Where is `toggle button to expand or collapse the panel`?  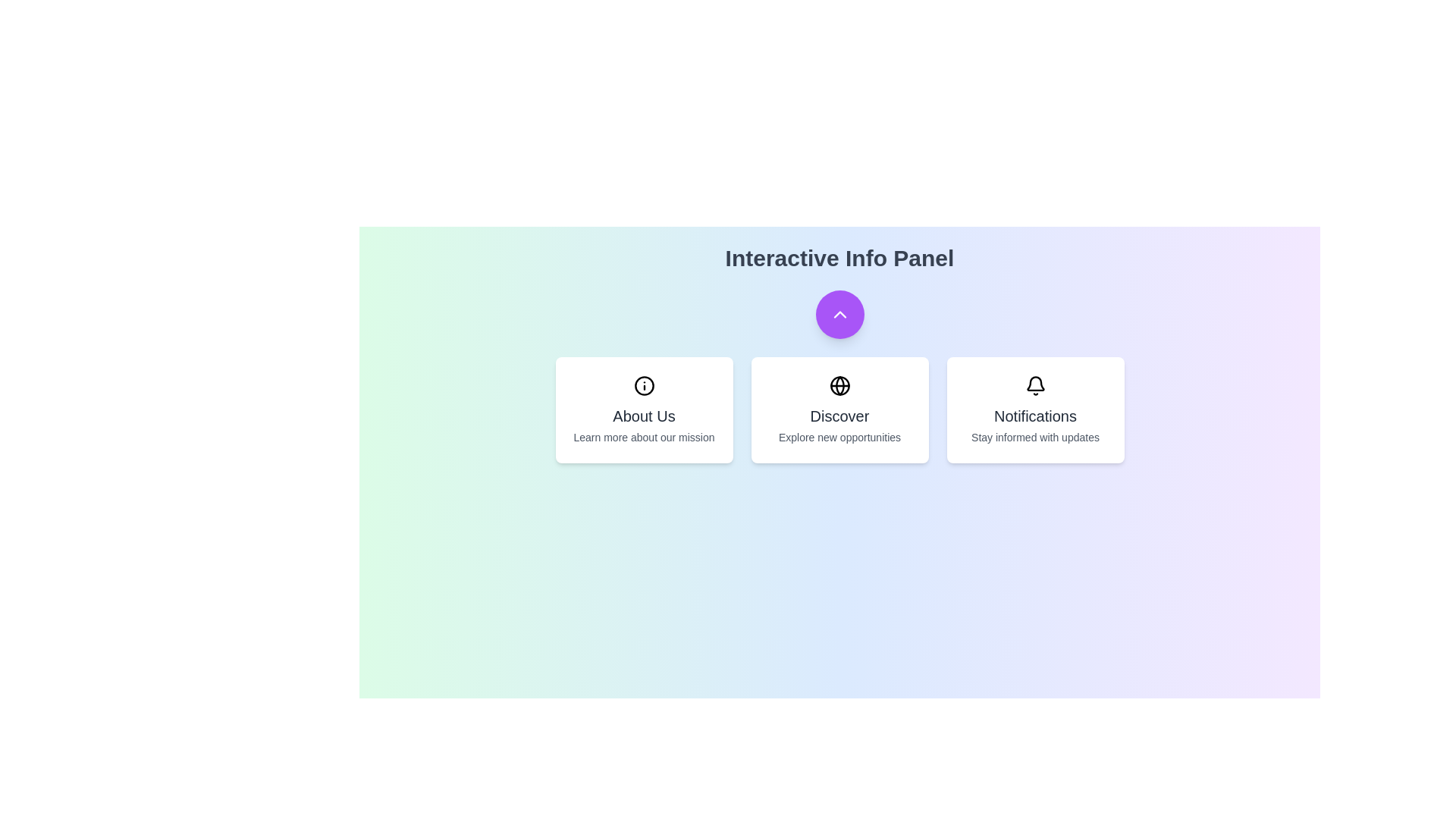
toggle button to expand or collapse the panel is located at coordinates (839, 314).